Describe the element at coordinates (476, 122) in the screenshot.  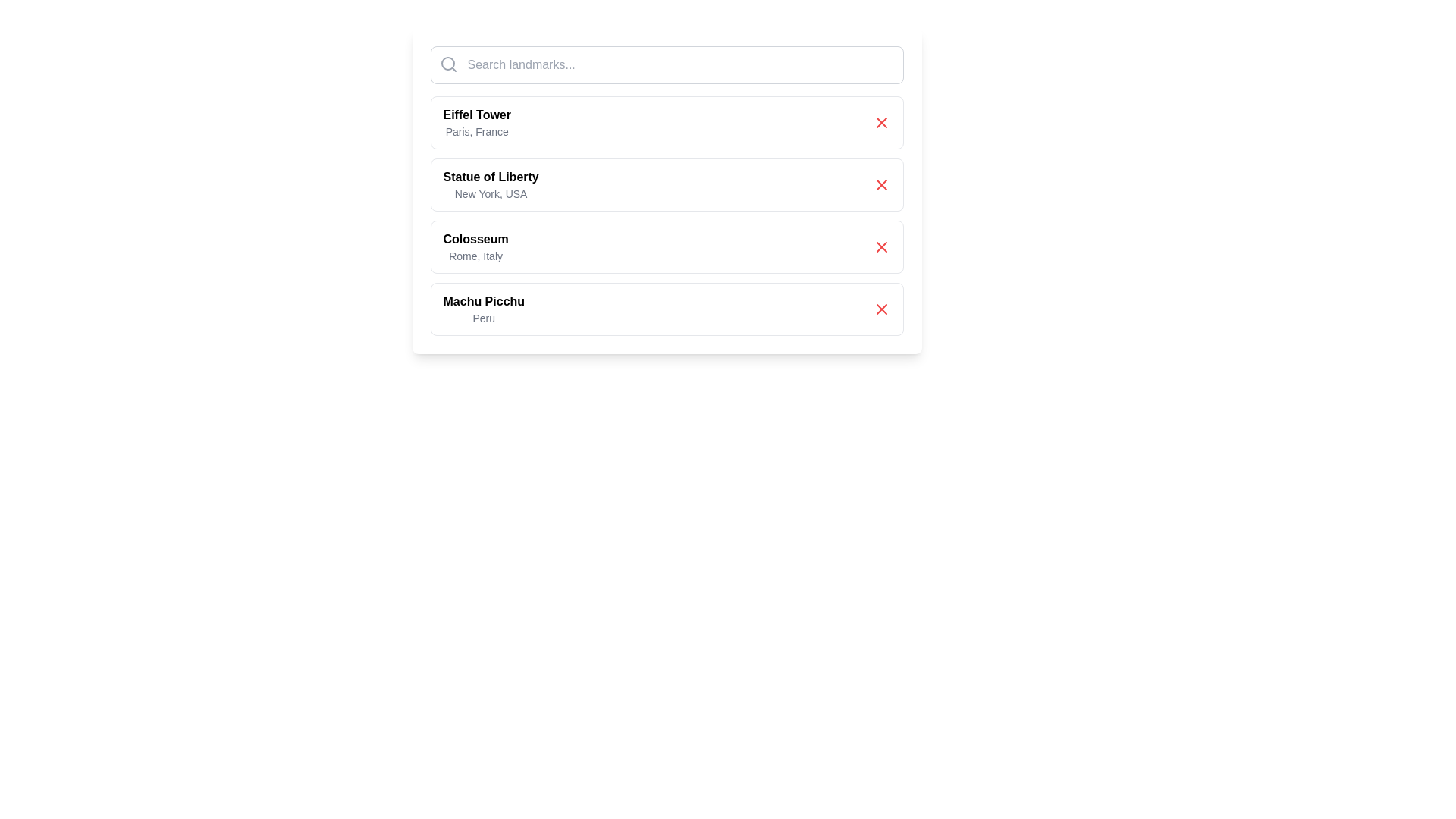
I see `to select the first entry in the list for the Eiffel Tower, located in Paris, France` at that location.